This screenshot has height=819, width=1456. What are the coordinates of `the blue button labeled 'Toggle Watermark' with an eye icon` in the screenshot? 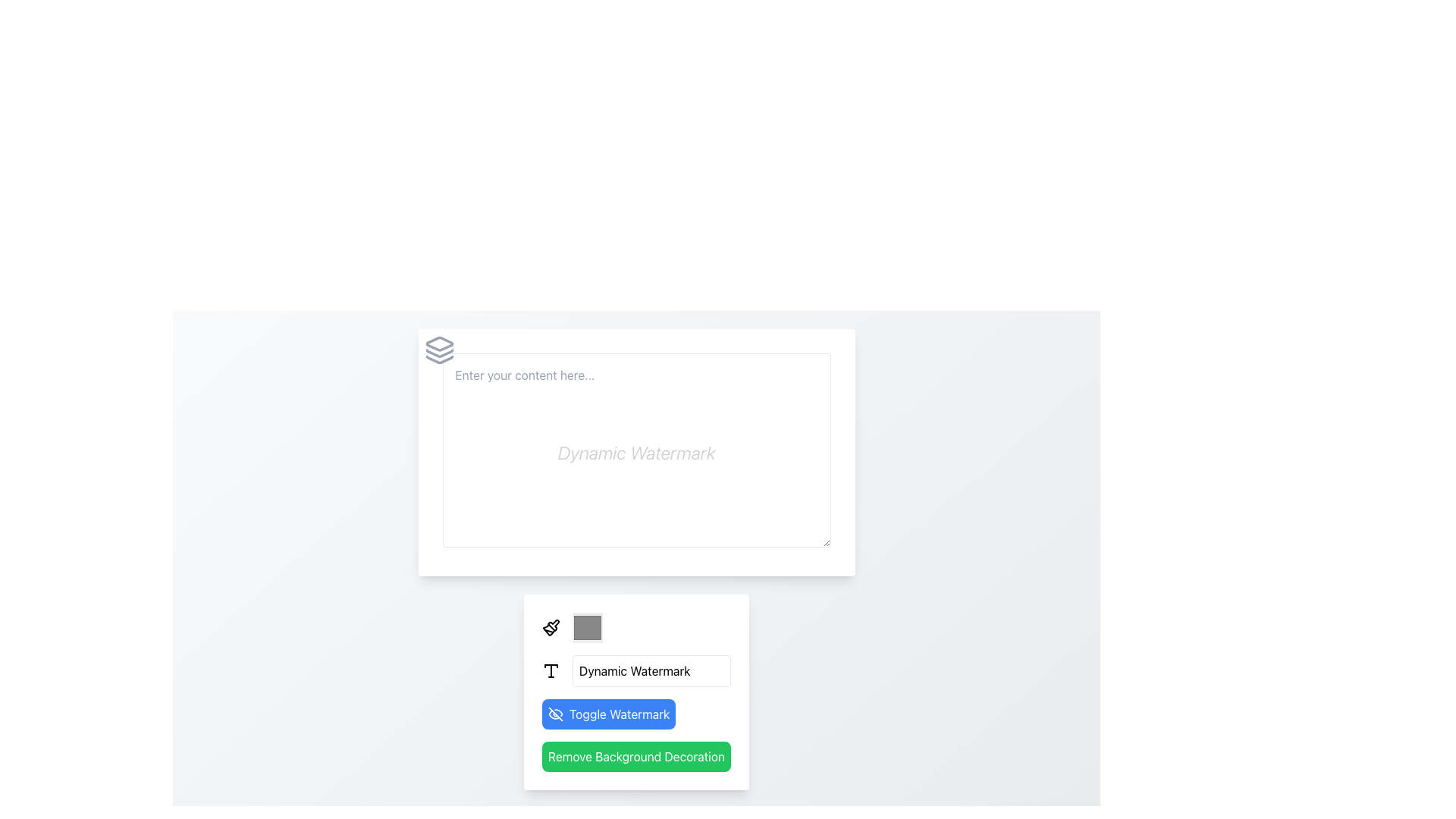 It's located at (609, 714).